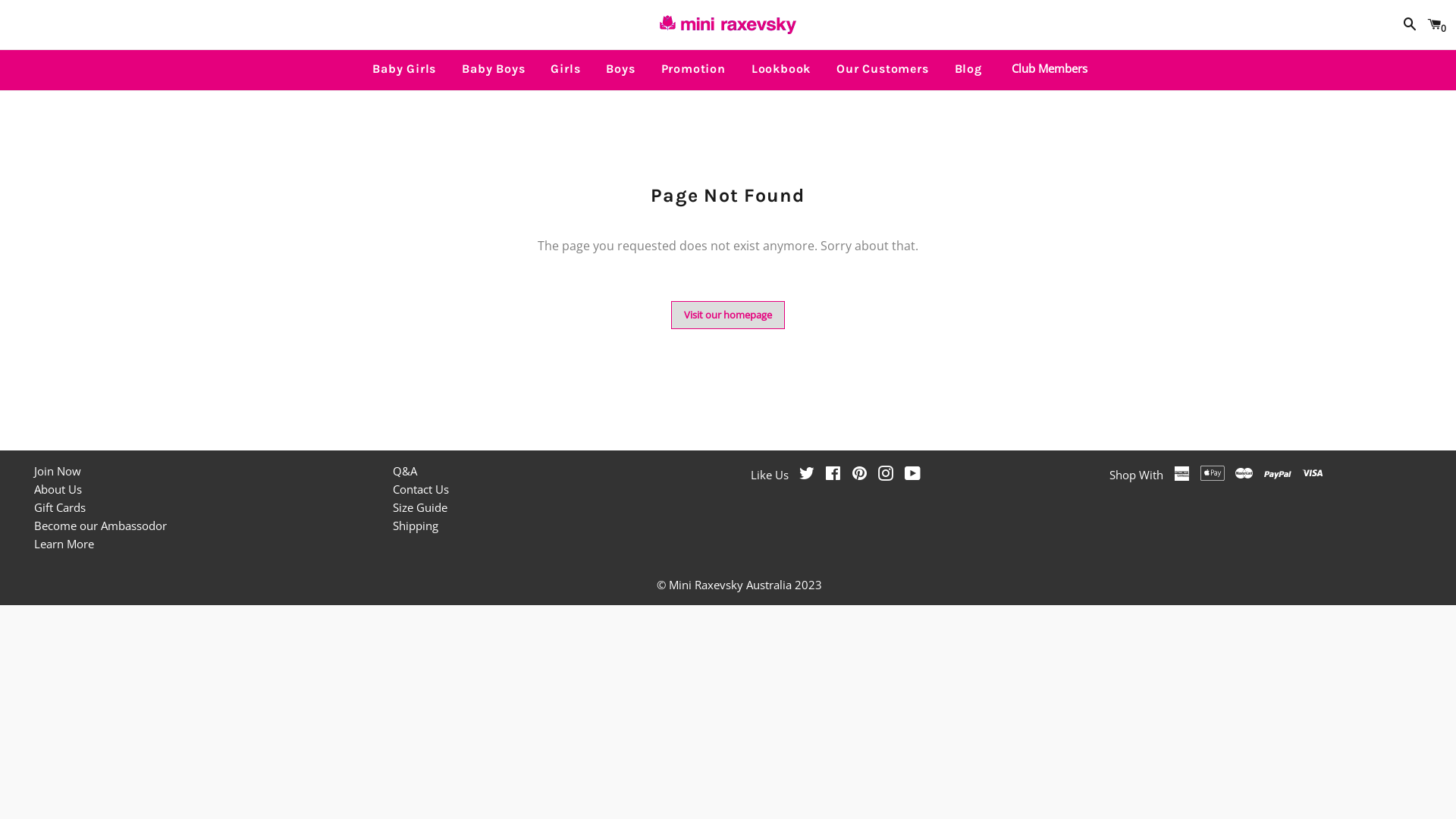 The image size is (1456, 819). What do you see at coordinates (859, 473) in the screenshot?
I see `'Pinterest'` at bounding box center [859, 473].